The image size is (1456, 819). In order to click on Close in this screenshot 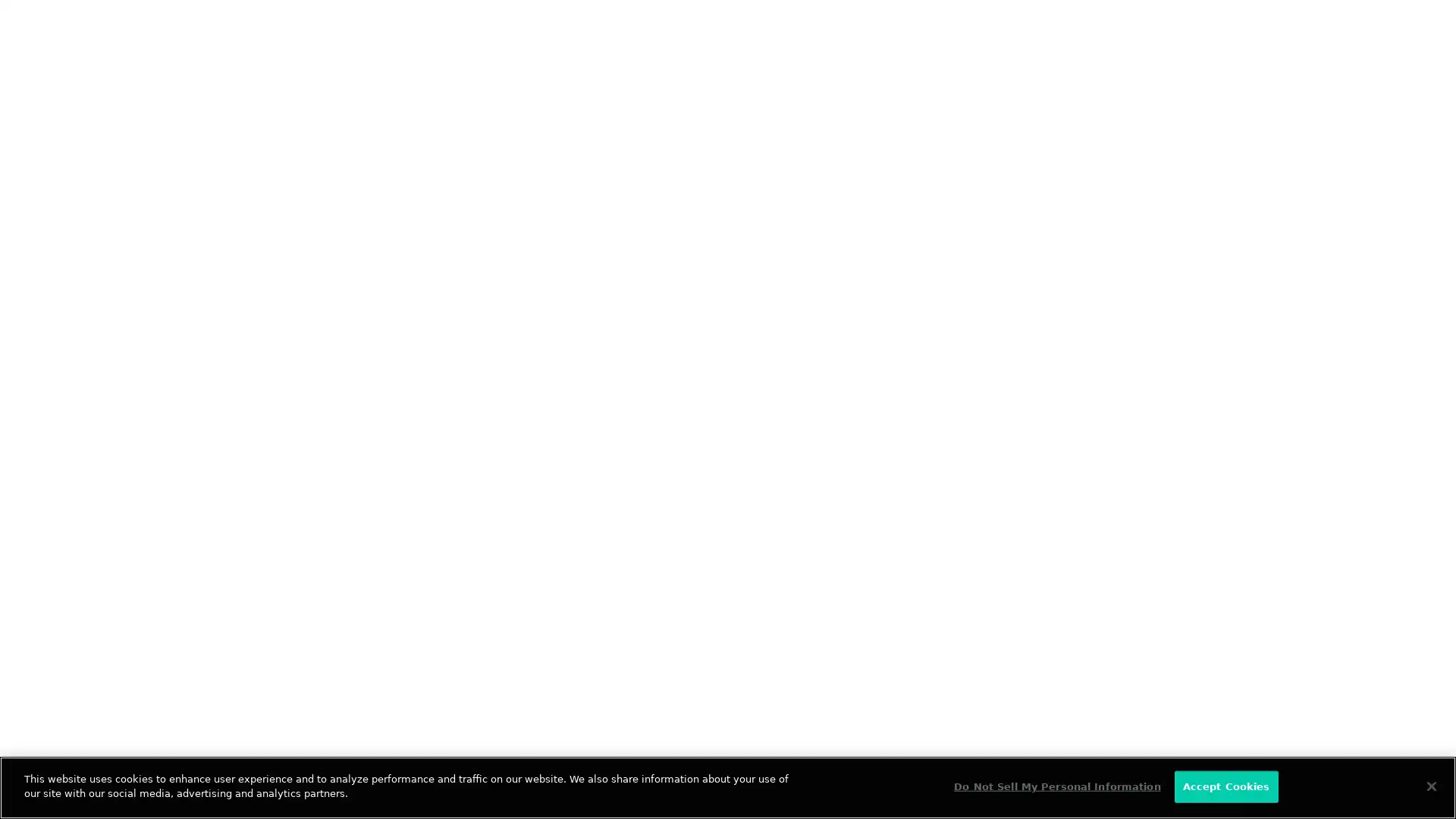, I will do `click(1430, 785)`.